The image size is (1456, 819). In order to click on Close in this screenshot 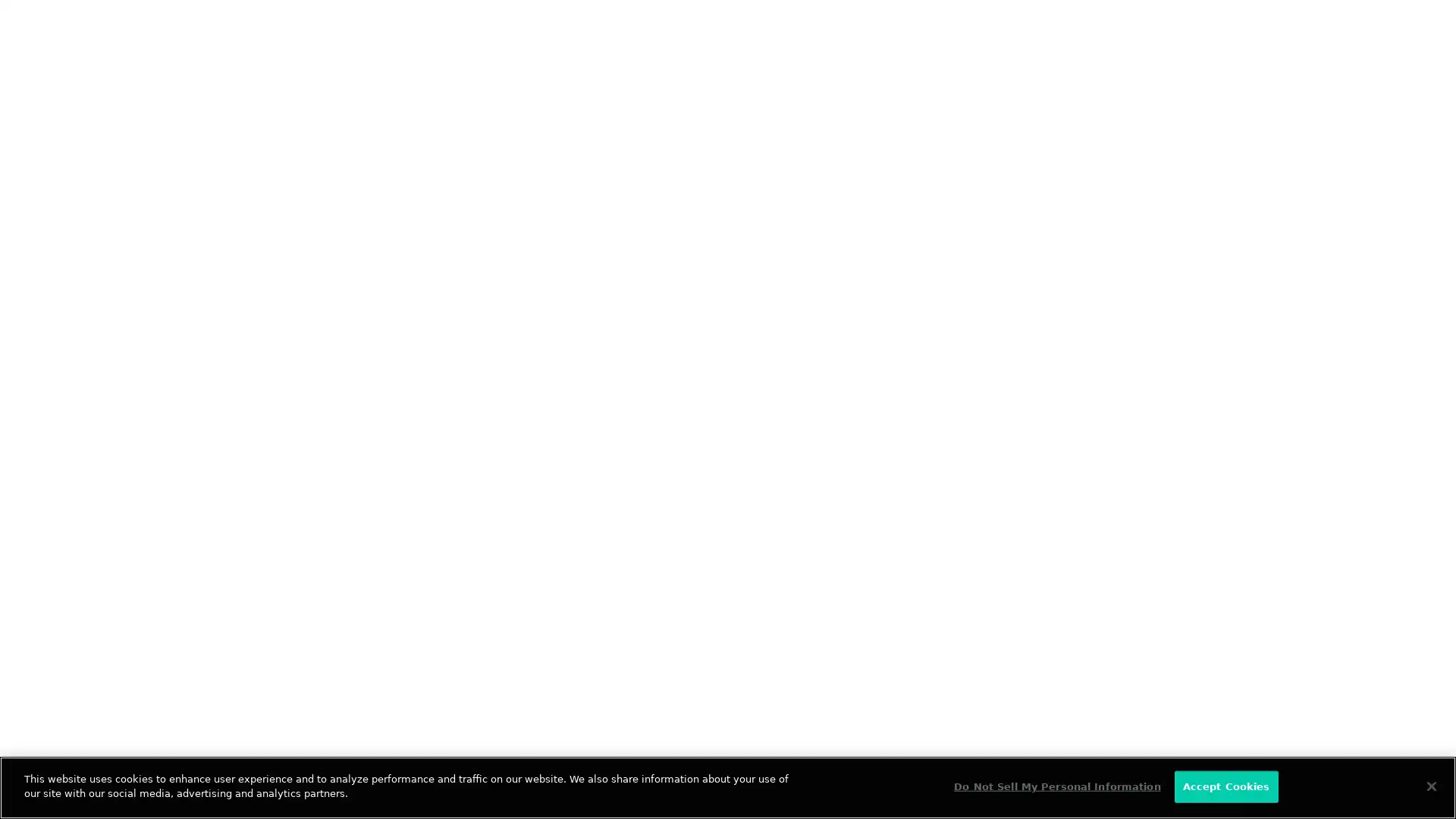, I will do `click(1430, 785)`.